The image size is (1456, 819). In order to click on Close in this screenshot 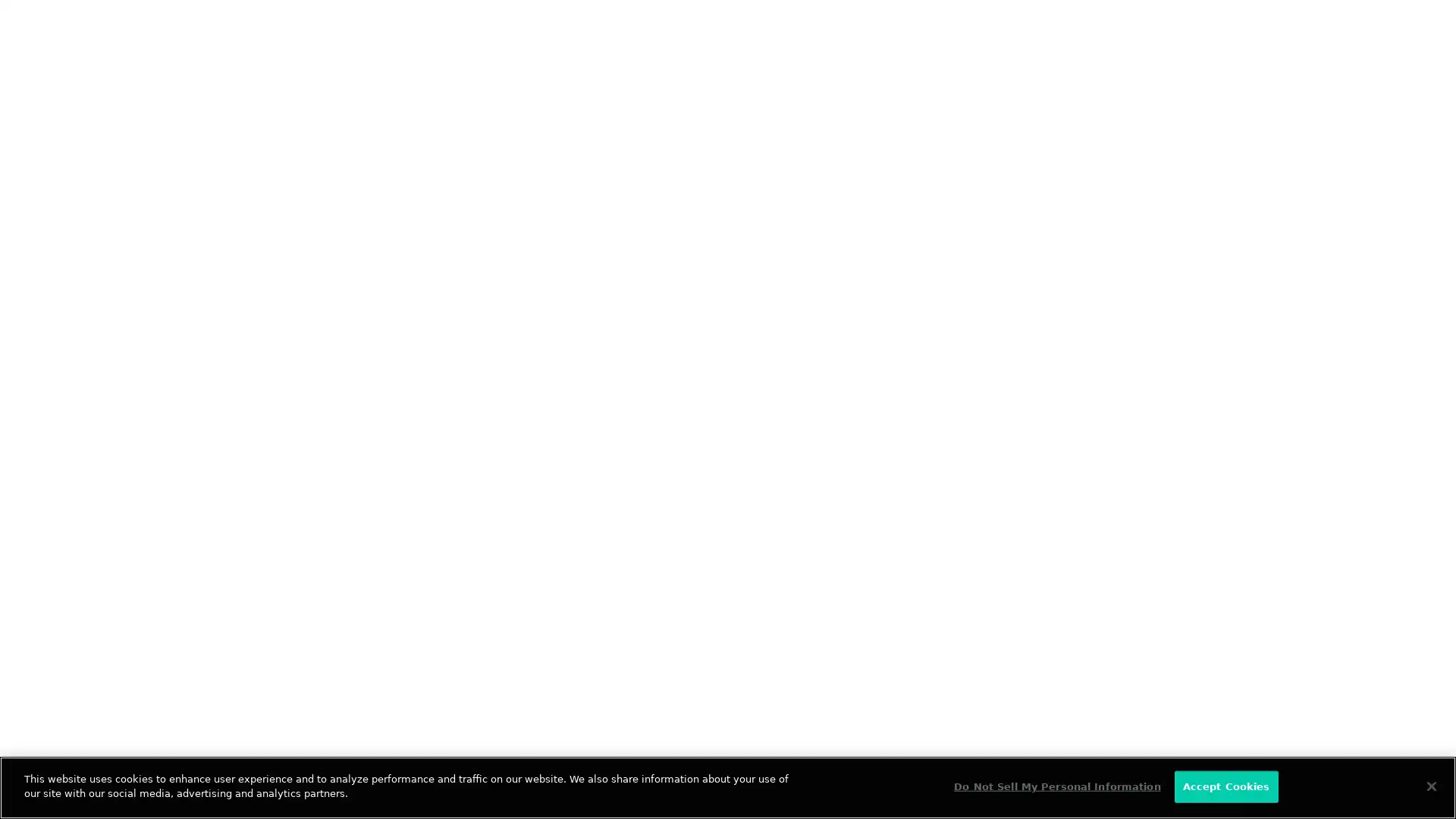, I will do `click(1430, 785)`.